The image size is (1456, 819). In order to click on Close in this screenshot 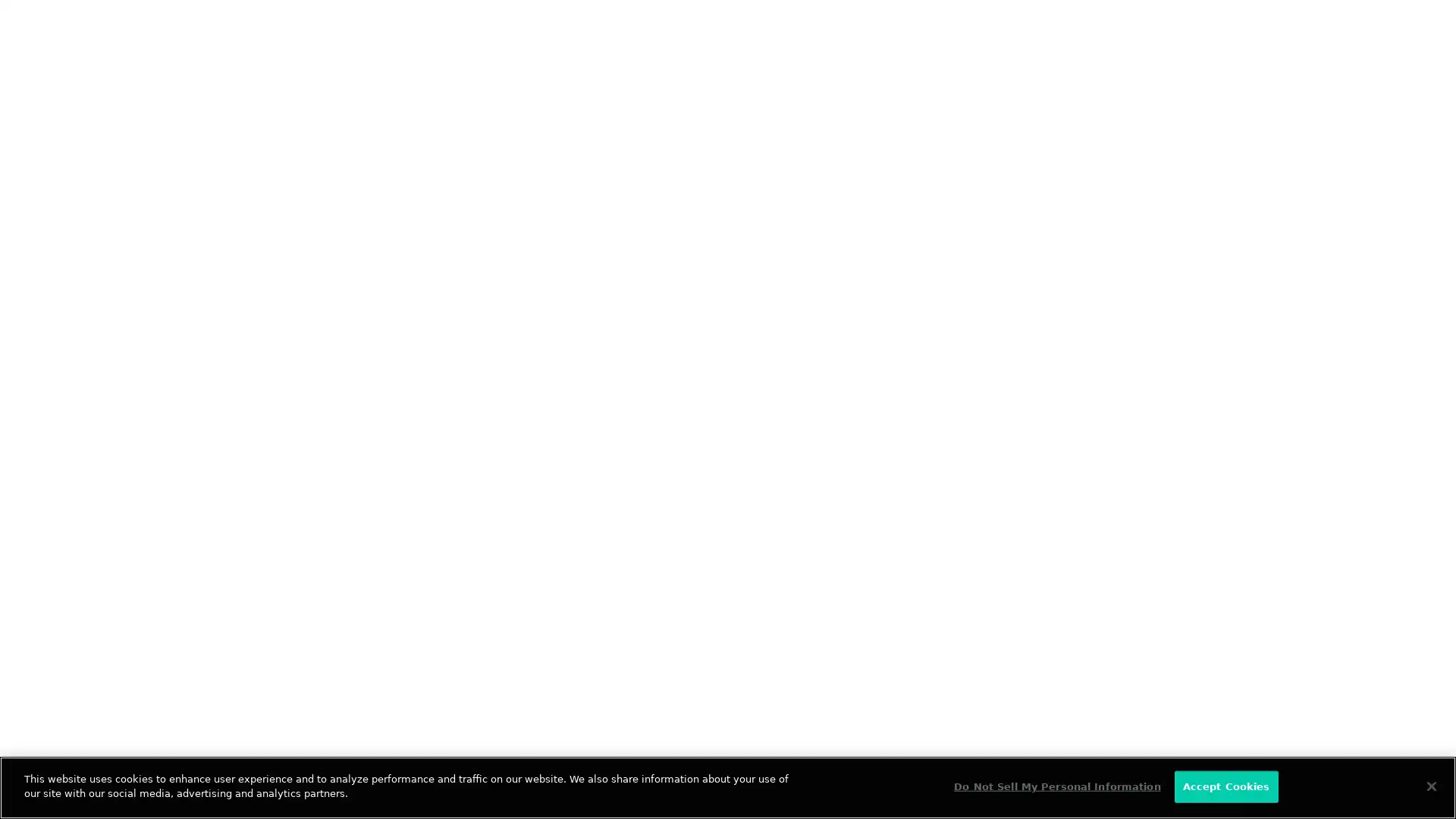, I will do `click(1430, 785)`.